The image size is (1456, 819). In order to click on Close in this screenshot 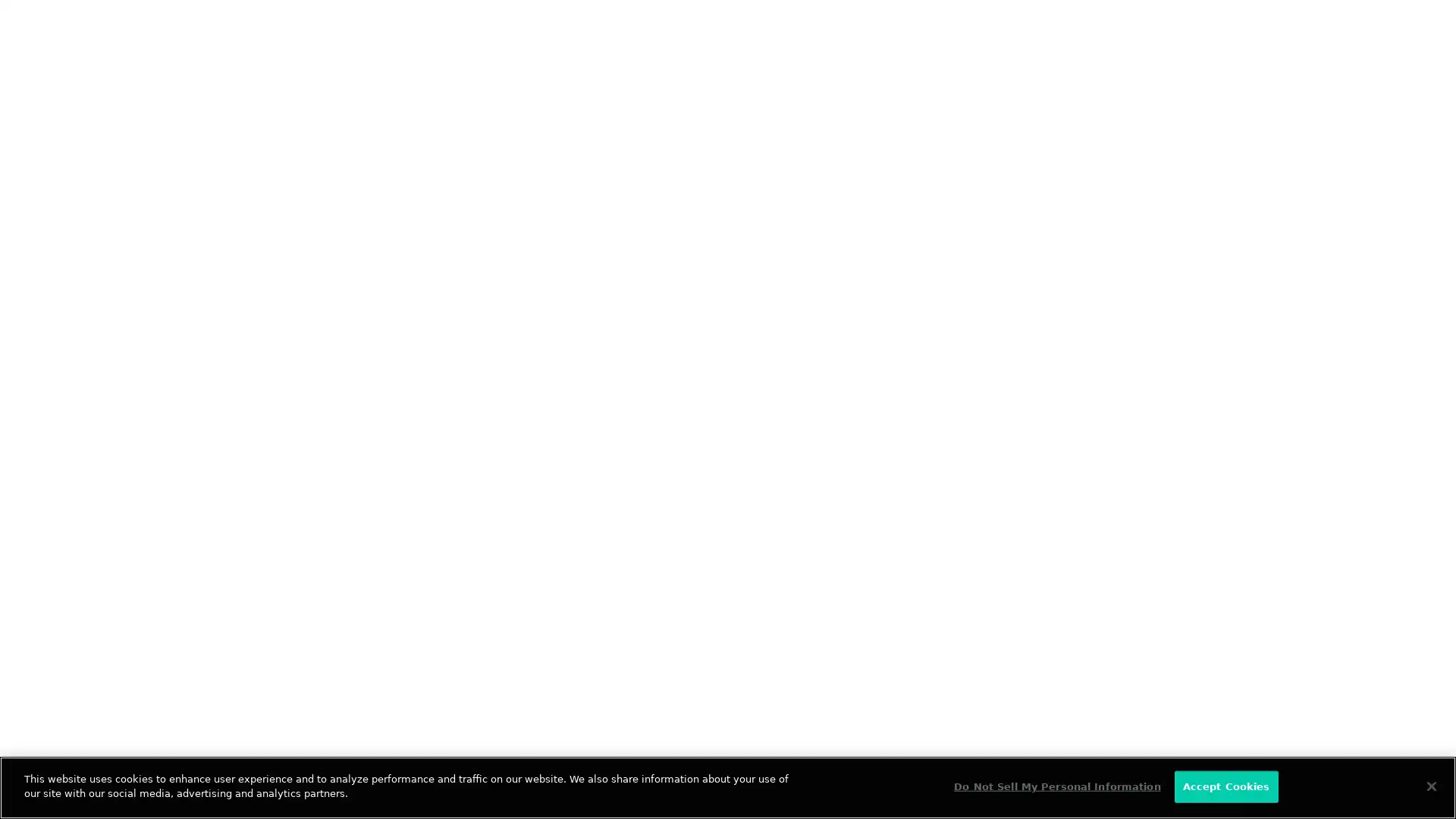, I will do `click(1430, 785)`.